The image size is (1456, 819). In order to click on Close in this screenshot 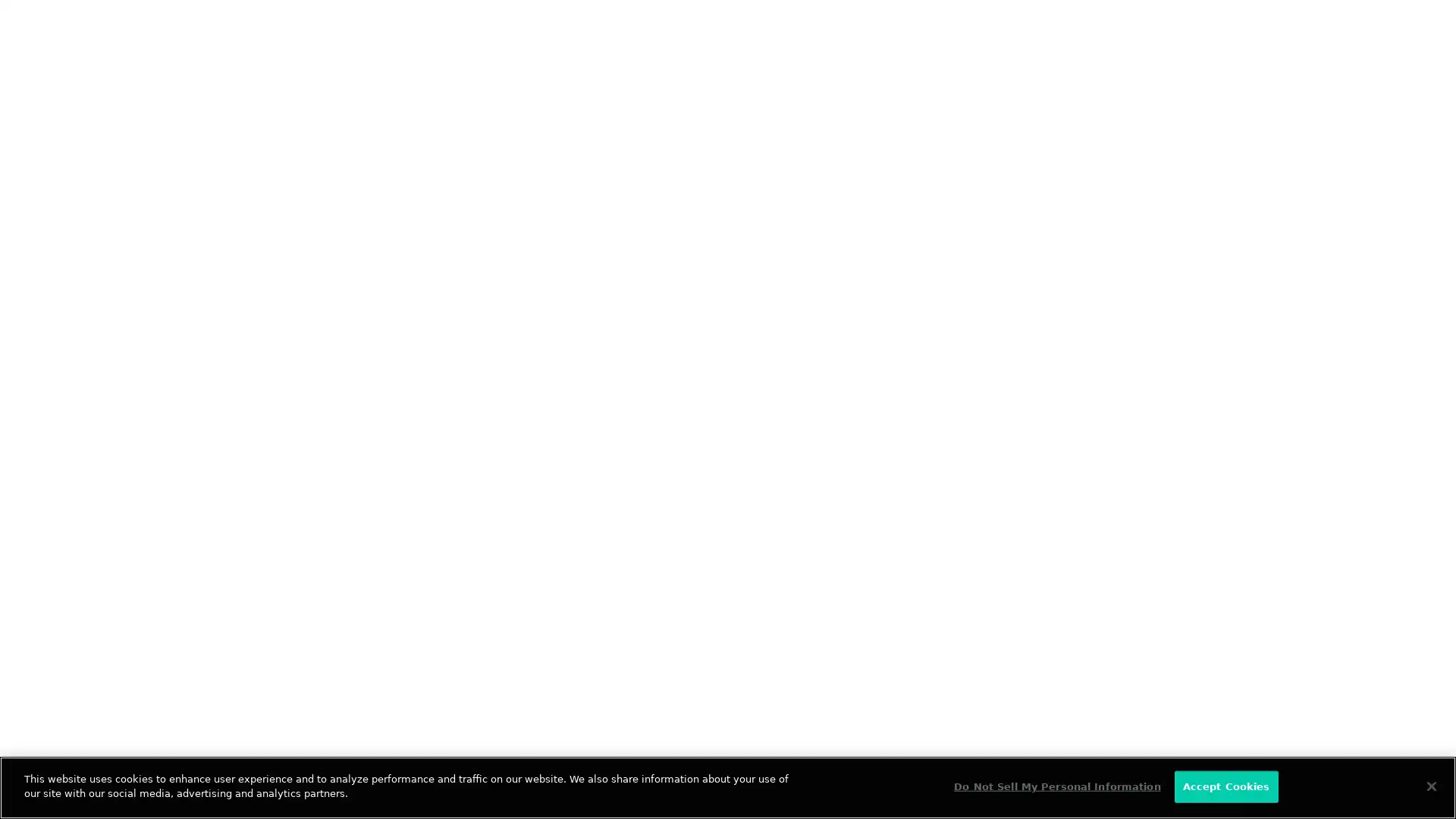, I will do `click(1430, 785)`.